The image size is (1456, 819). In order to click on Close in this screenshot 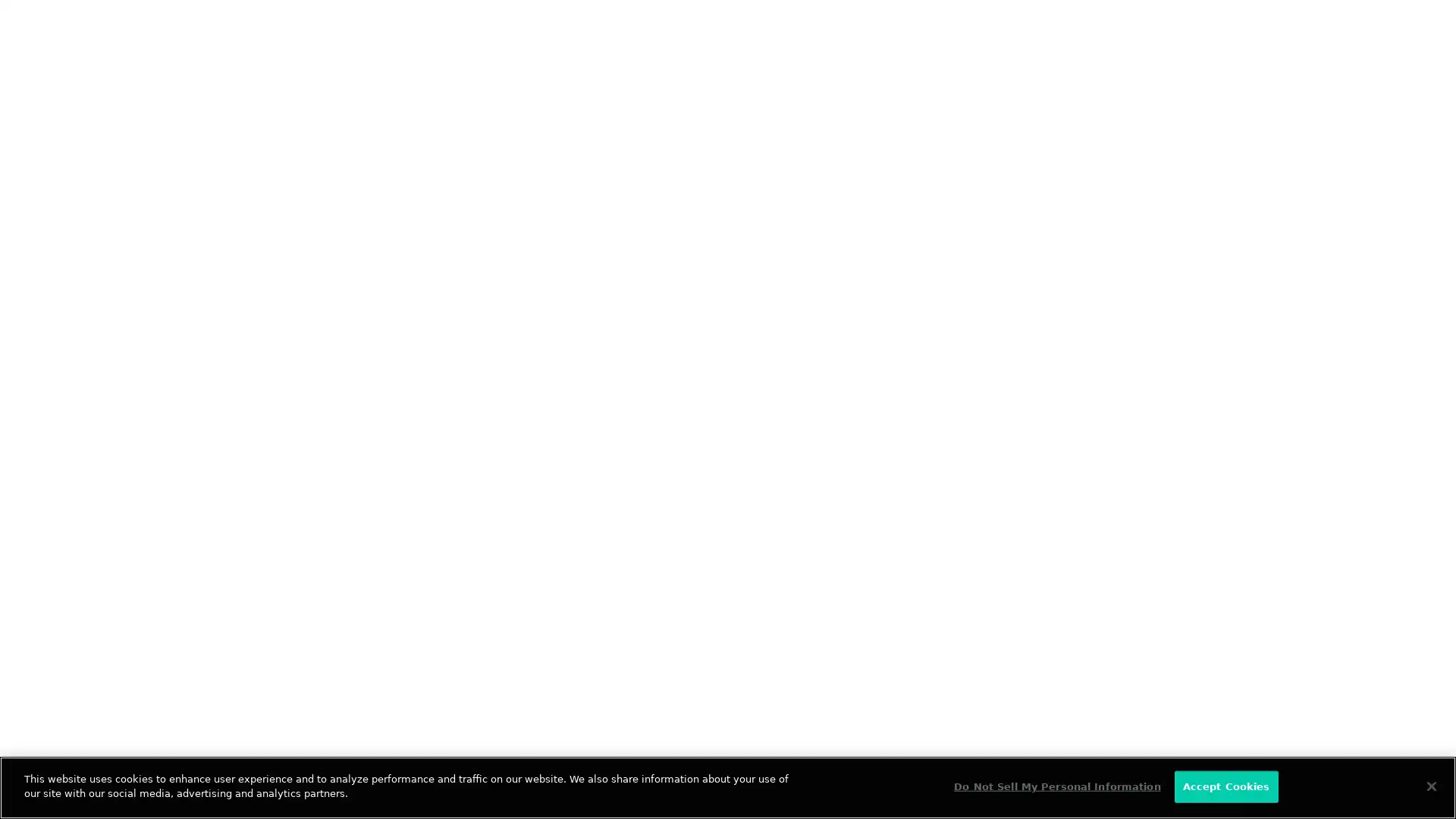, I will do `click(1430, 785)`.